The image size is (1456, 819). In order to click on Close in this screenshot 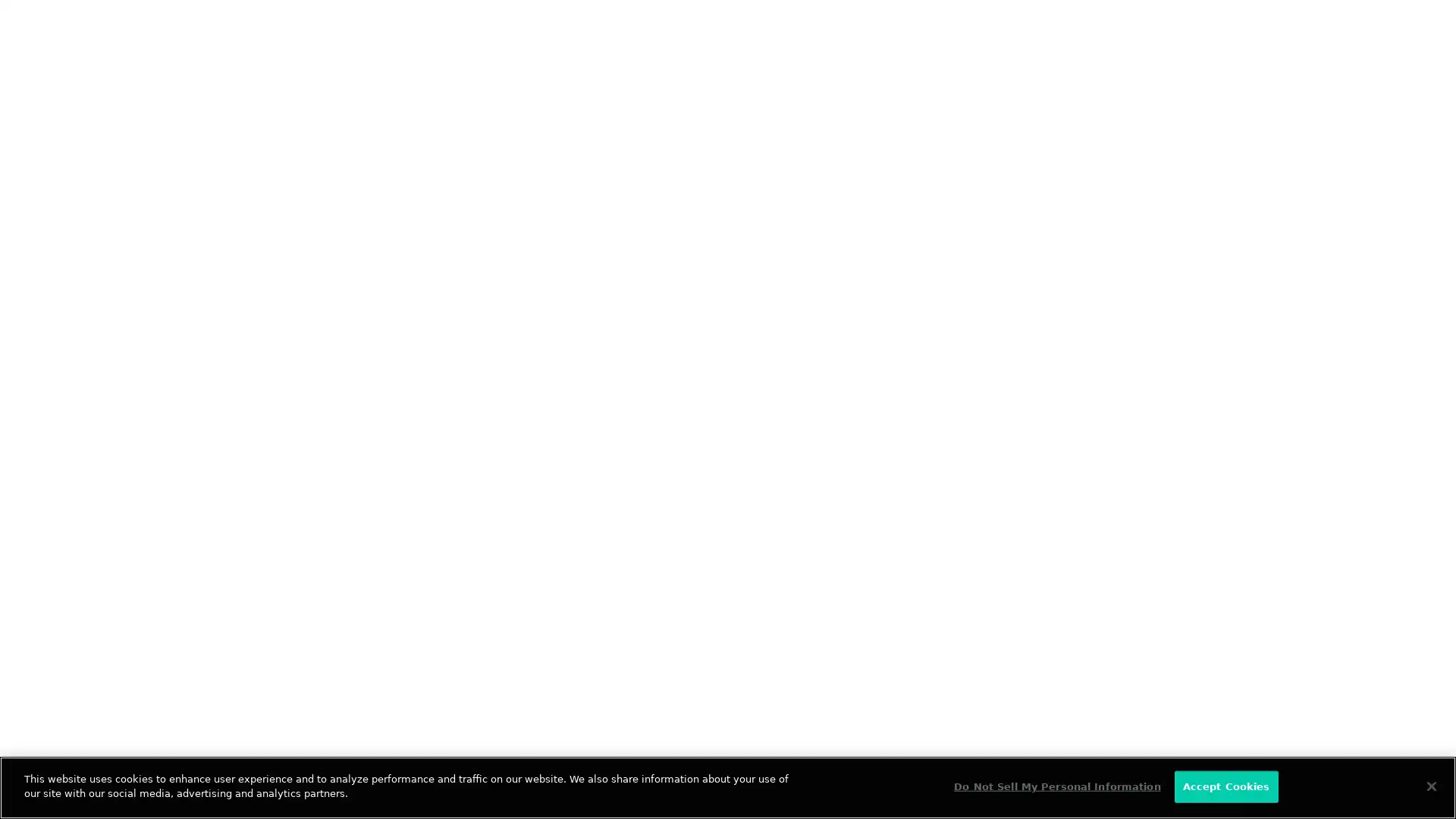, I will do `click(1430, 785)`.